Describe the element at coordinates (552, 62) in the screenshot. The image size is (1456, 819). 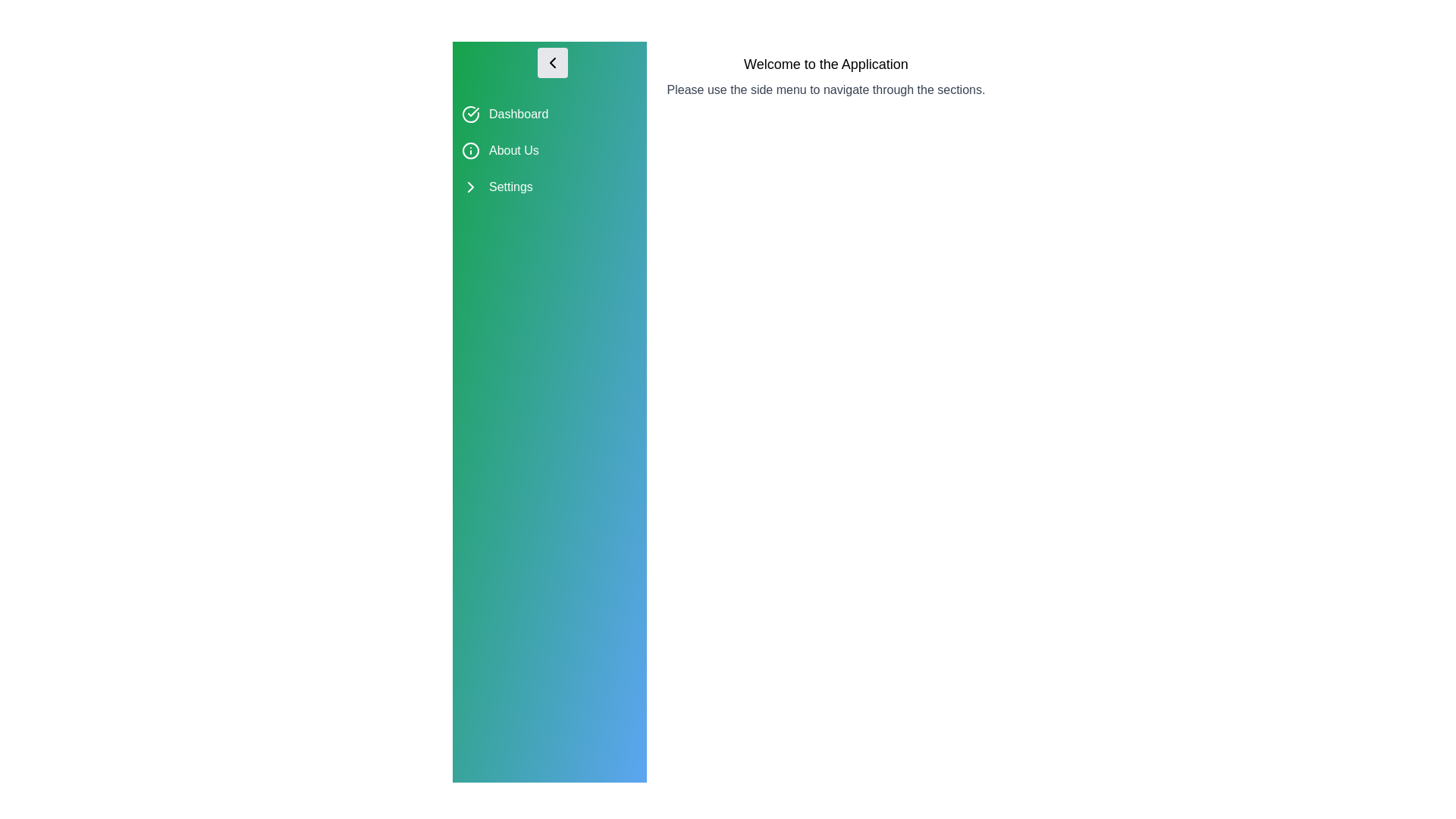
I see `the button with the arrow icon to toggle the visibility of the drawer` at that location.